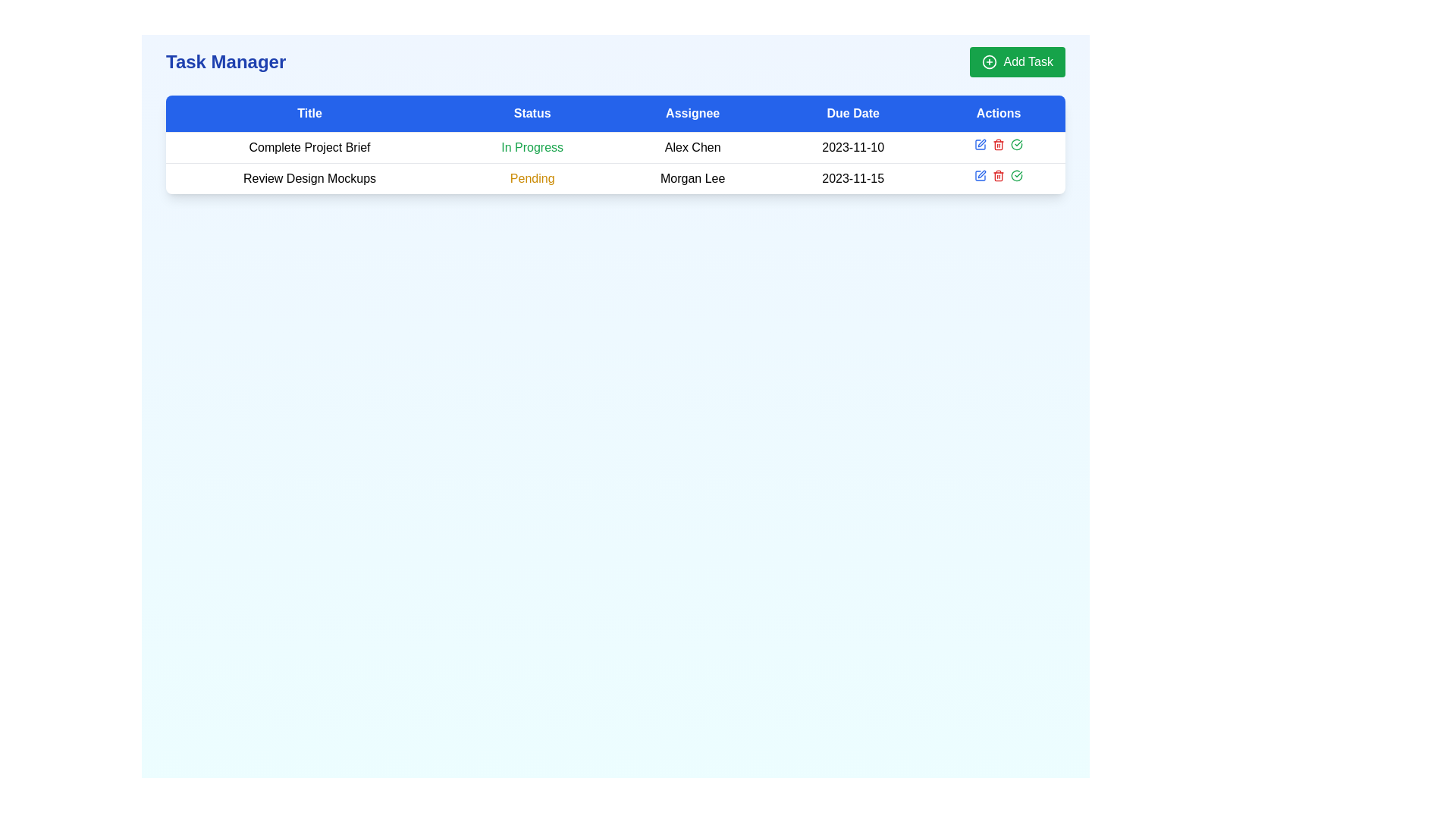 This screenshot has height=819, width=1456. What do you see at coordinates (615, 163) in the screenshot?
I see `to select the first row of the task table displaying 'Complete Project Brief', which has a status of 'In Progress', assigned to 'Alex Chen', with a due date of '2023-11-10'` at bounding box center [615, 163].